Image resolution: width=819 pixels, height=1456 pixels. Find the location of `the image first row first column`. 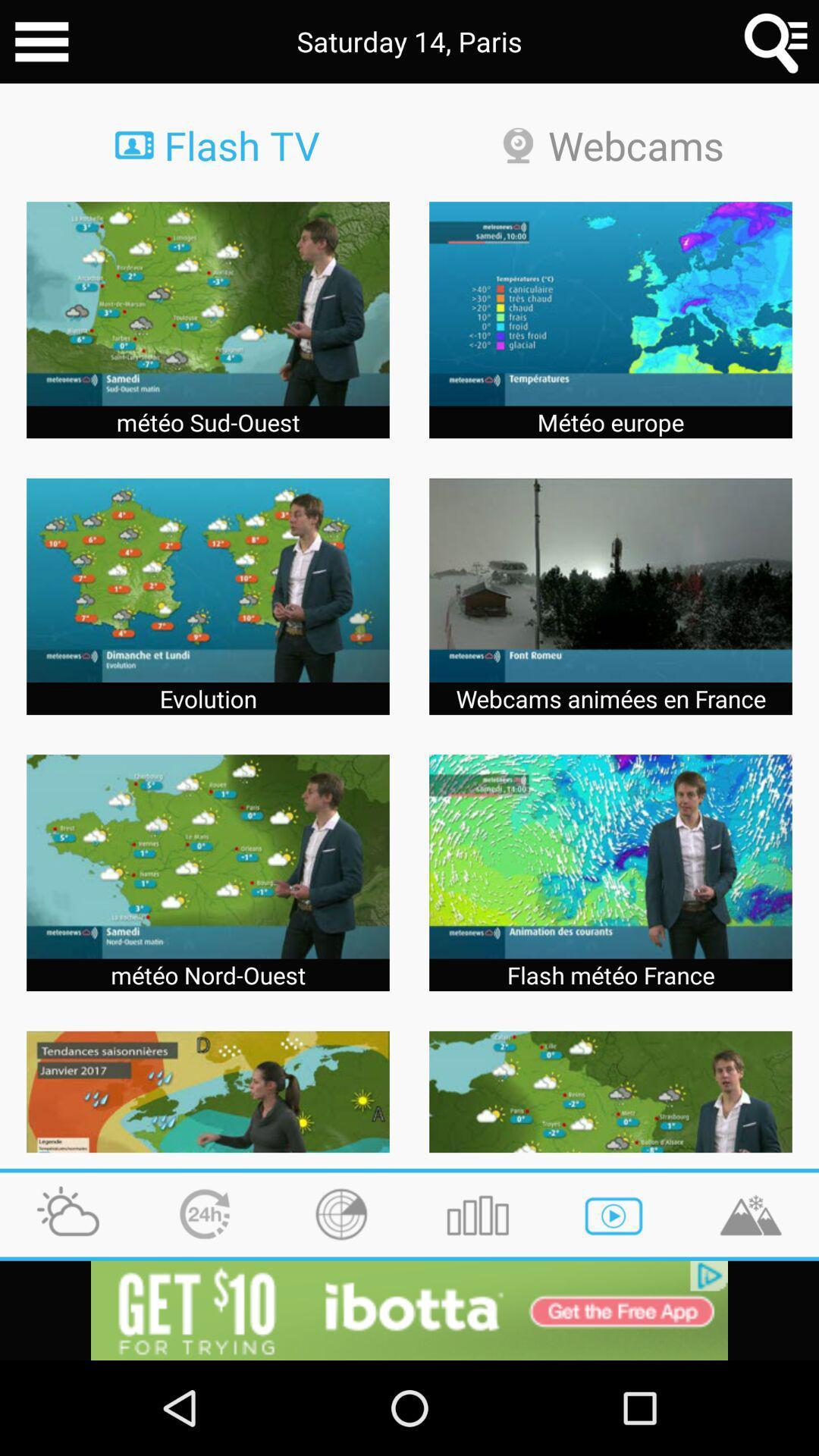

the image first row first column is located at coordinates (208, 303).